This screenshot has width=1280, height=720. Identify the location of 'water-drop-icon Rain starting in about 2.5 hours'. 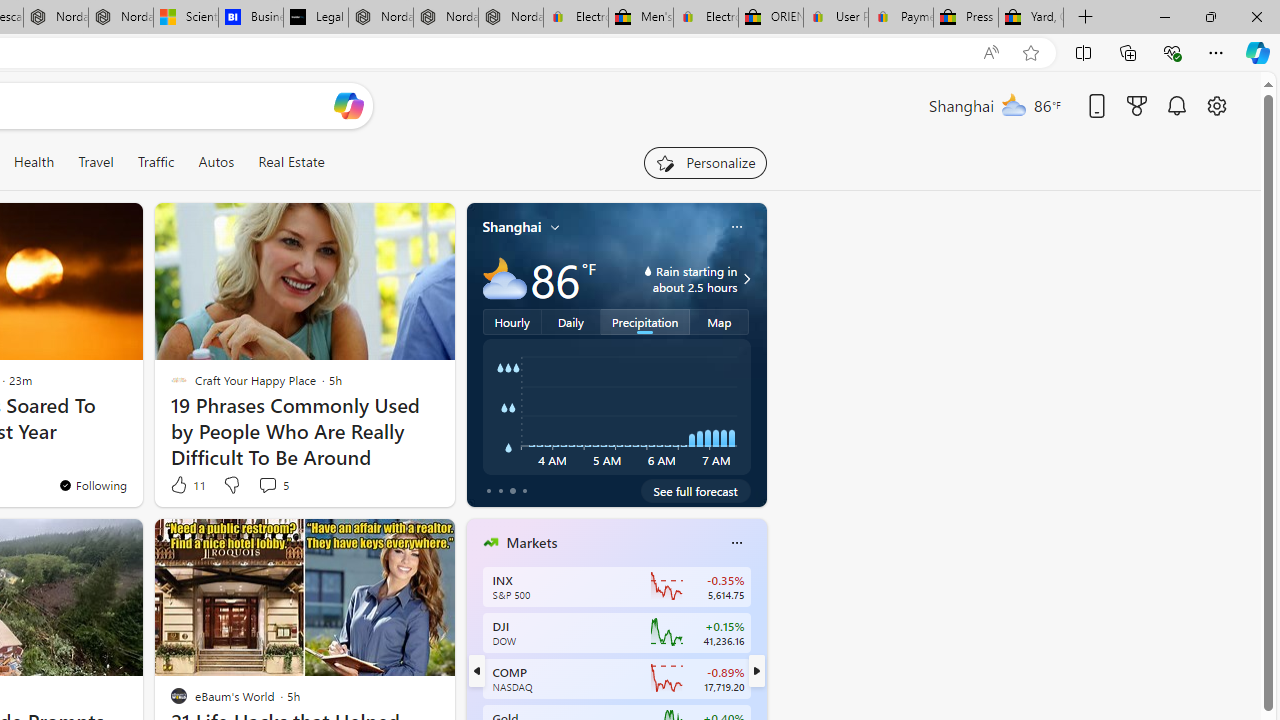
(674, 279).